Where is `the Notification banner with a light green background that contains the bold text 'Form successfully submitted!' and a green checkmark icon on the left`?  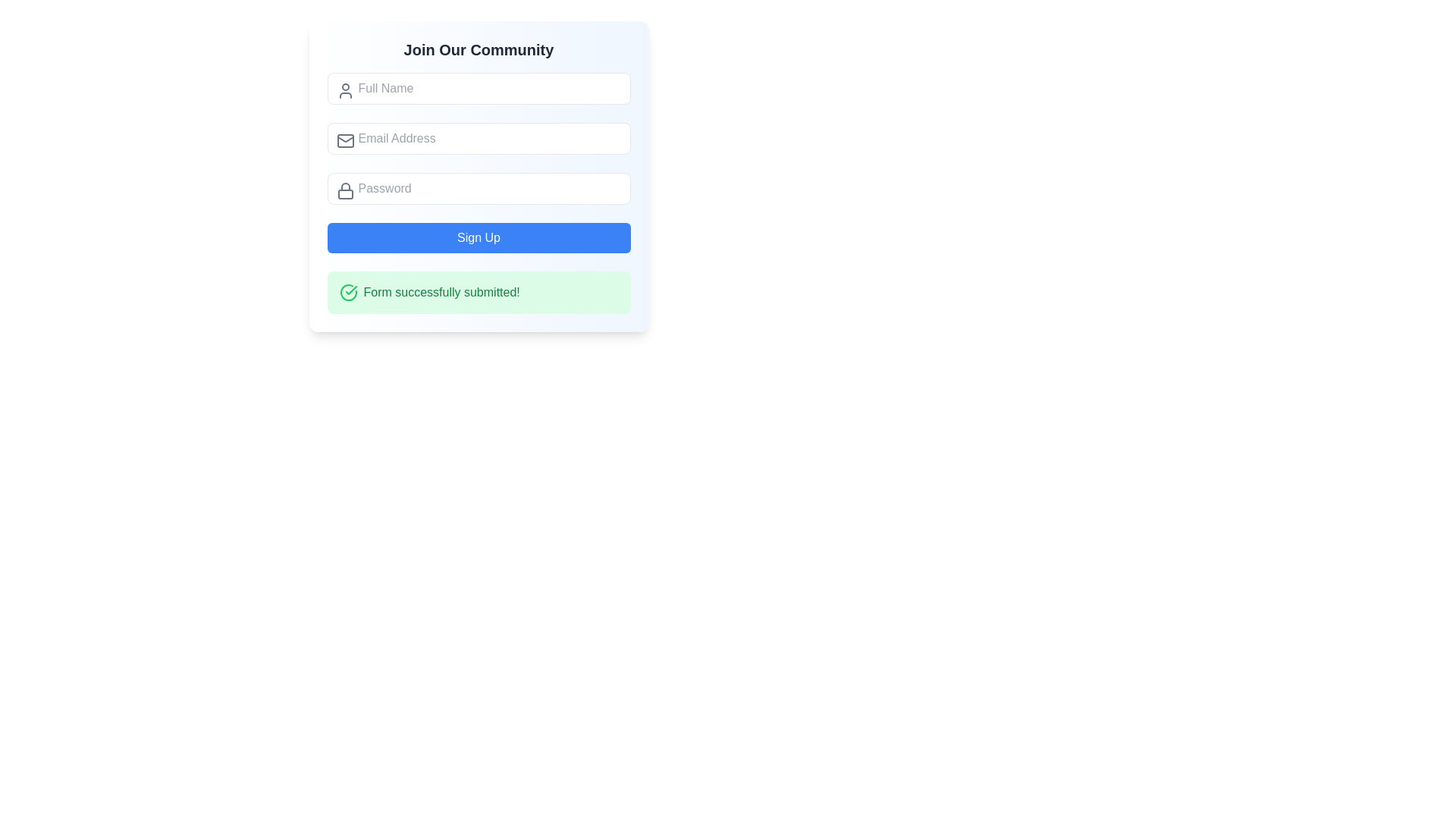
the Notification banner with a light green background that contains the bold text 'Form successfully submitted!' and a green checkmark icon on the left is located at coordinates (478, 292).